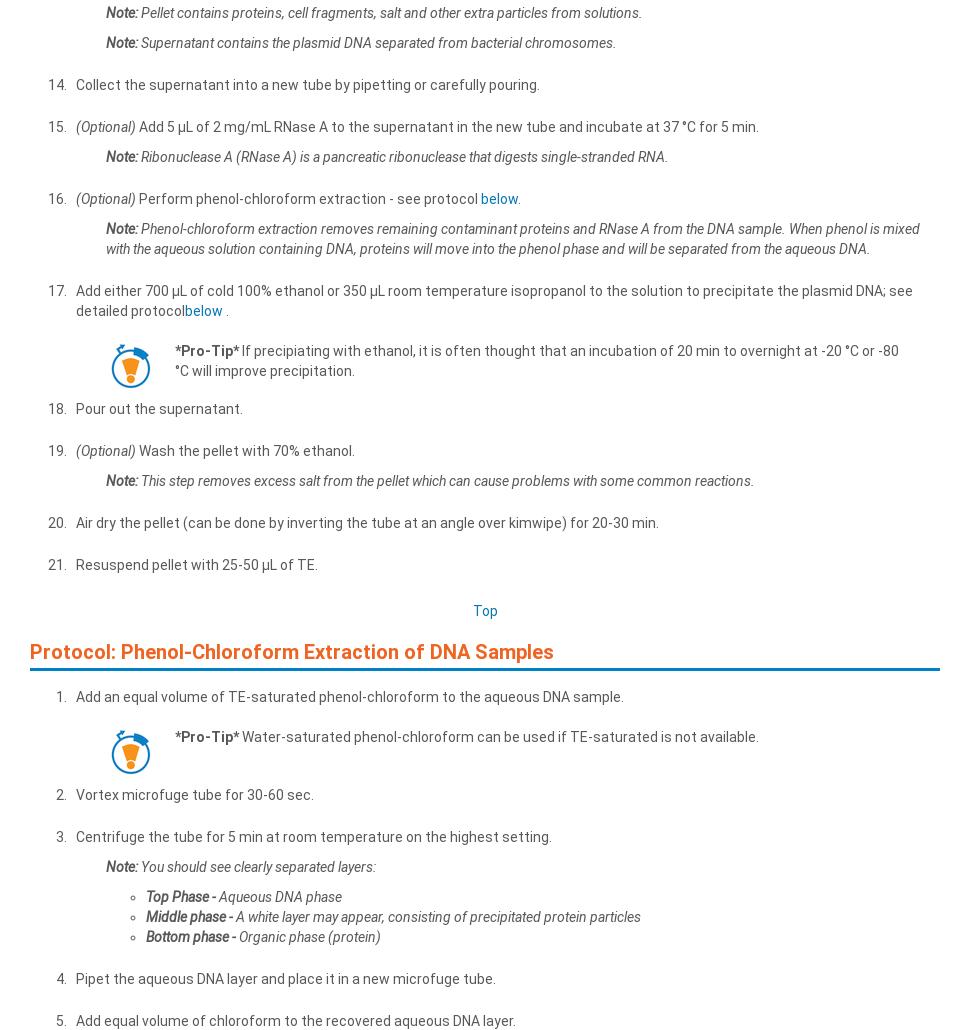 This screenshot has width=970, height=1030. I want to click on 'Water-saturated phenol-chloroform can be used if TE-saturated is not available.', so click(497, 736).